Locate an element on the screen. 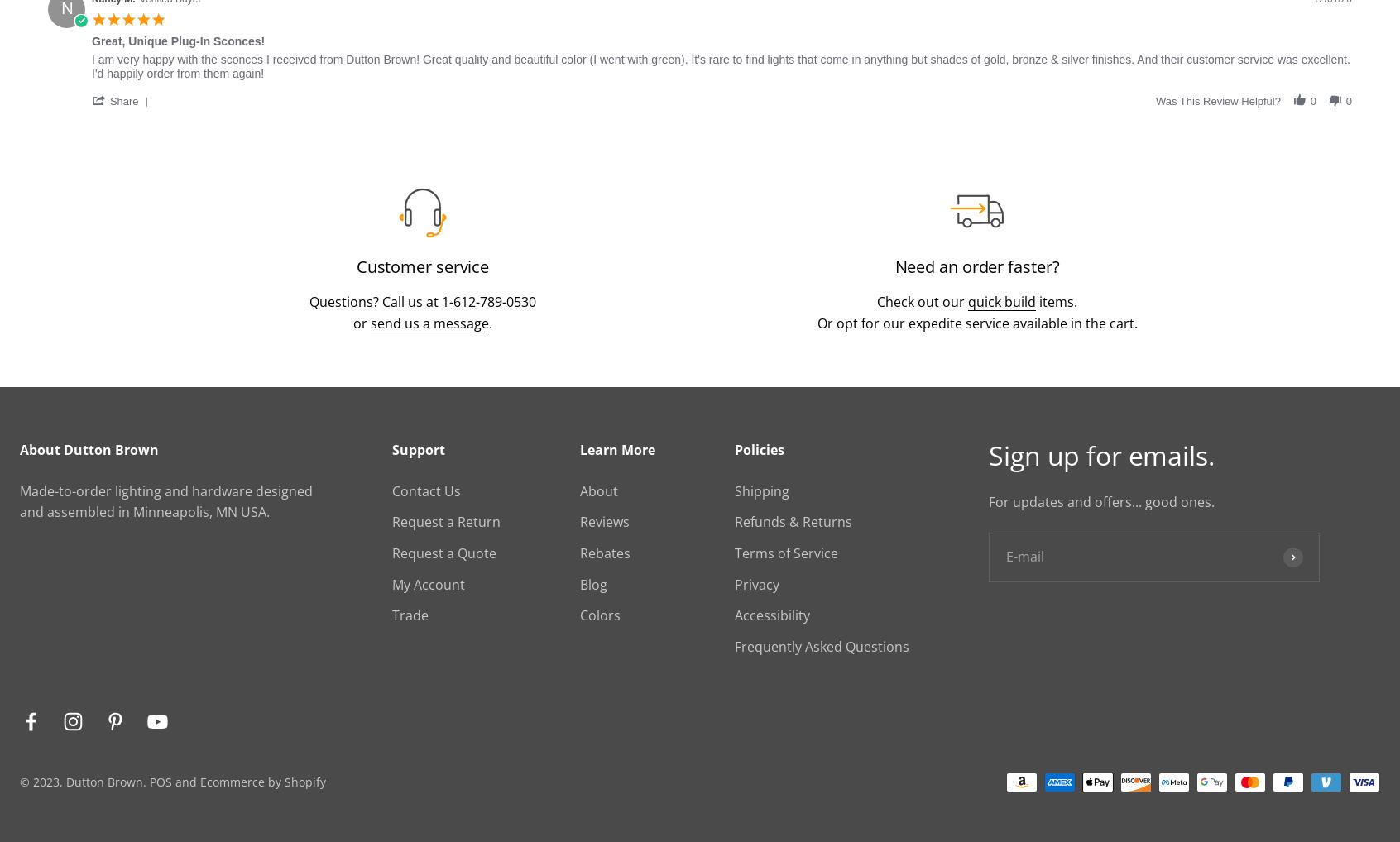 This screenshot has width=1400, height=842. 'Made-to-order lighting and hardware designed and assembled in Minneapolis, MN USA.' is located at coordinates (165, 501).